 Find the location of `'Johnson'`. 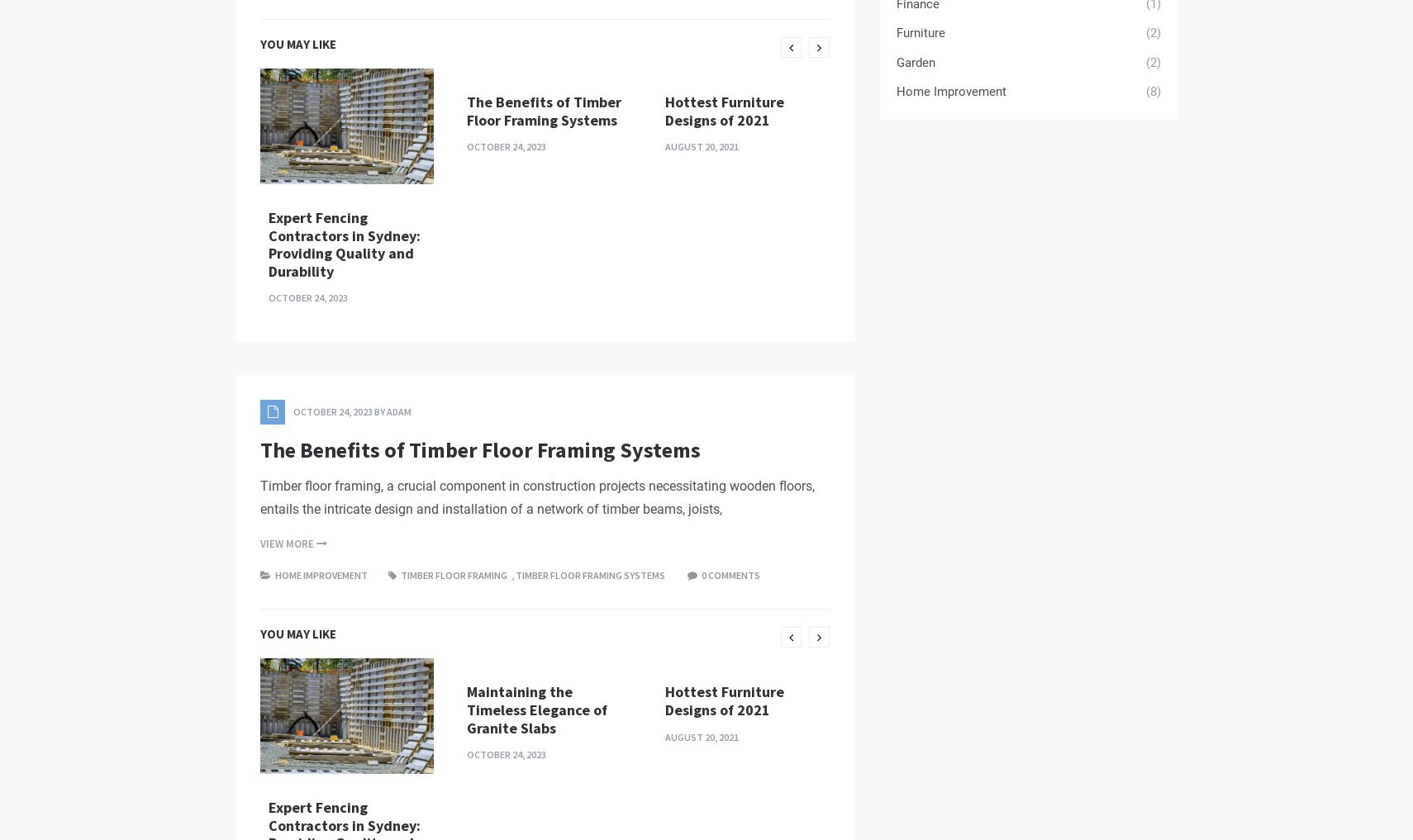

'Johnson' is located at coordinates (387, 102).